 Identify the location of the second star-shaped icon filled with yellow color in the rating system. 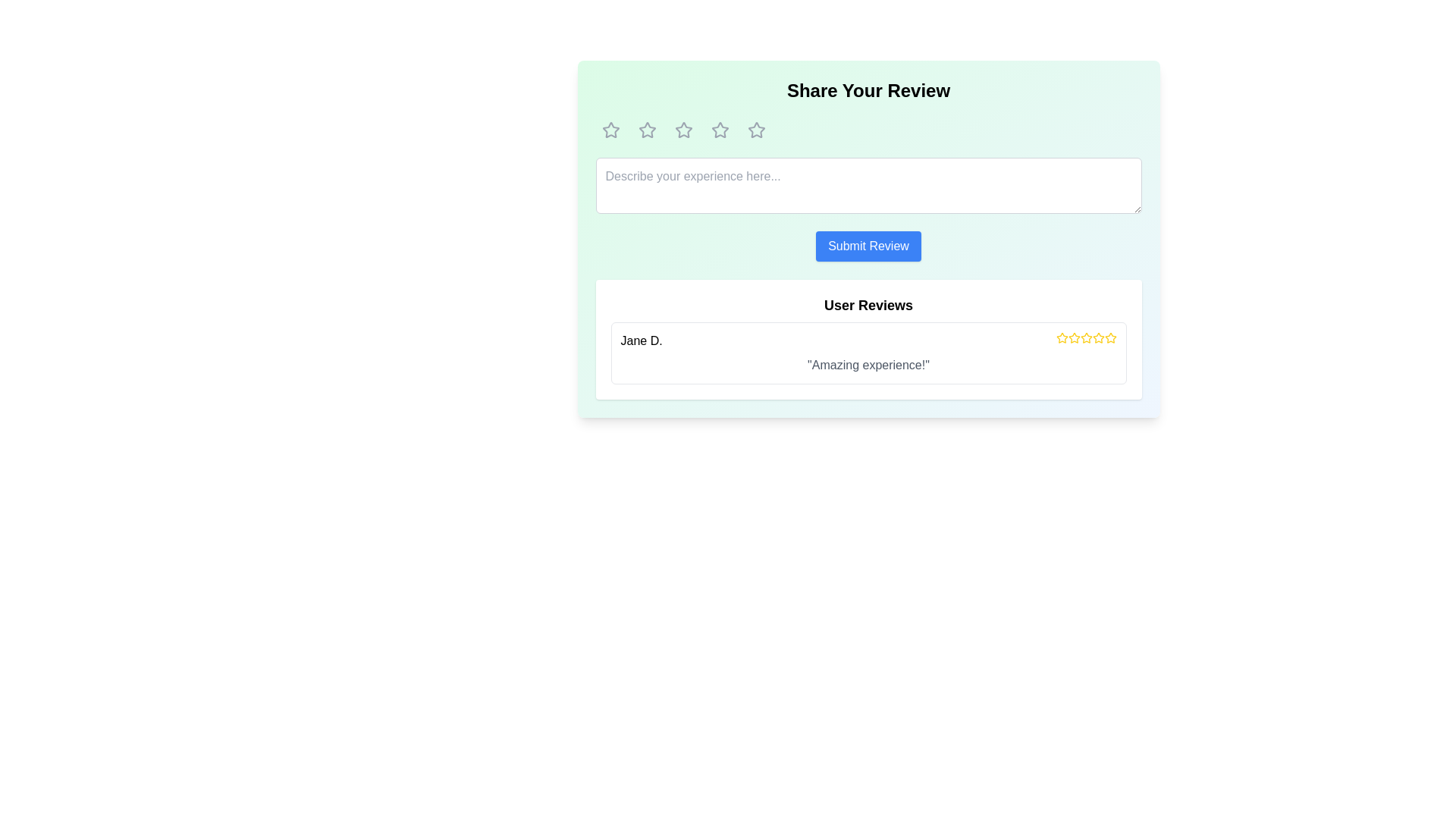
(1061, 336).